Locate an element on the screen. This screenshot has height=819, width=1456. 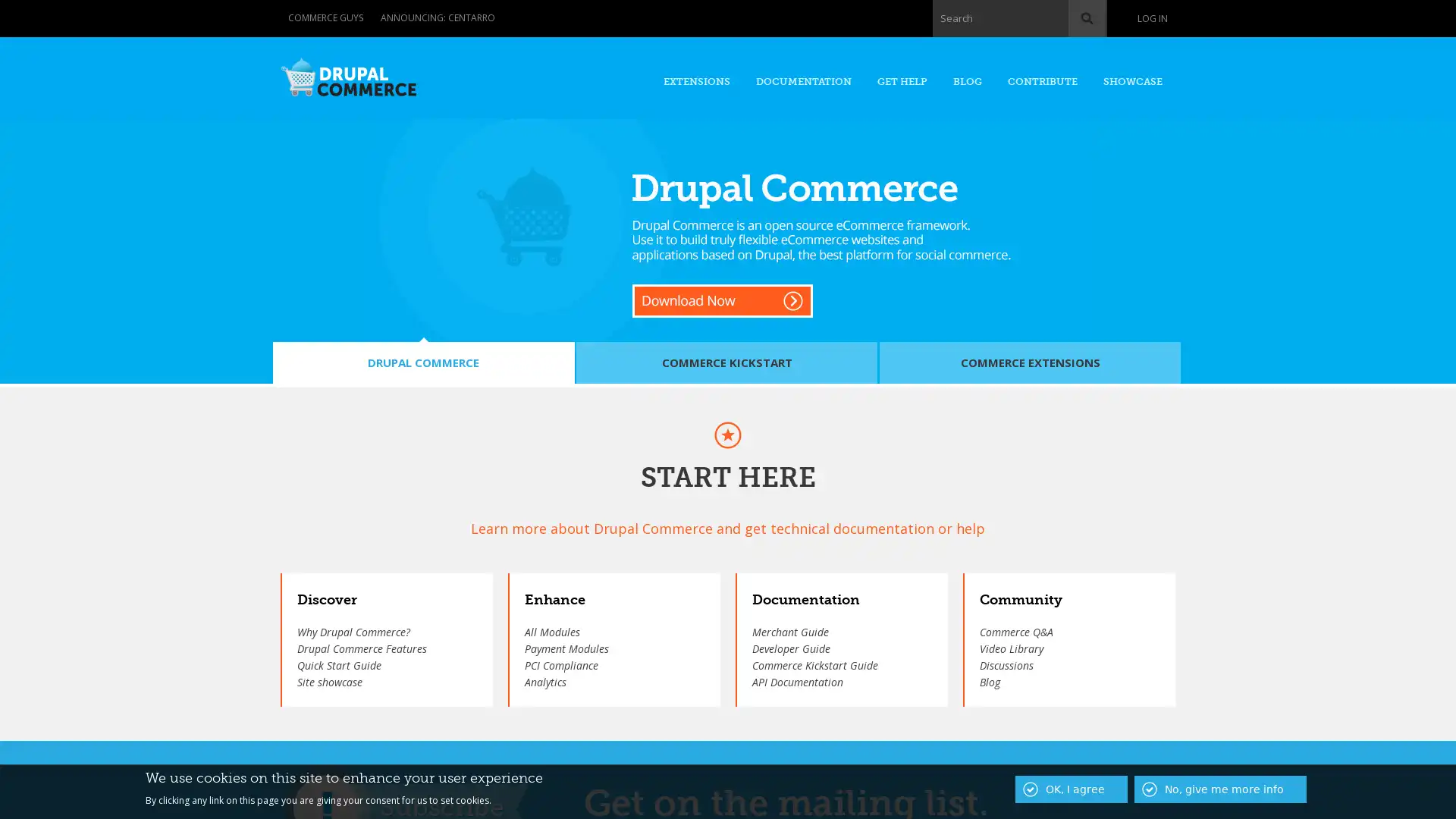
No, give me more info is located at coordinates (1220, 789).